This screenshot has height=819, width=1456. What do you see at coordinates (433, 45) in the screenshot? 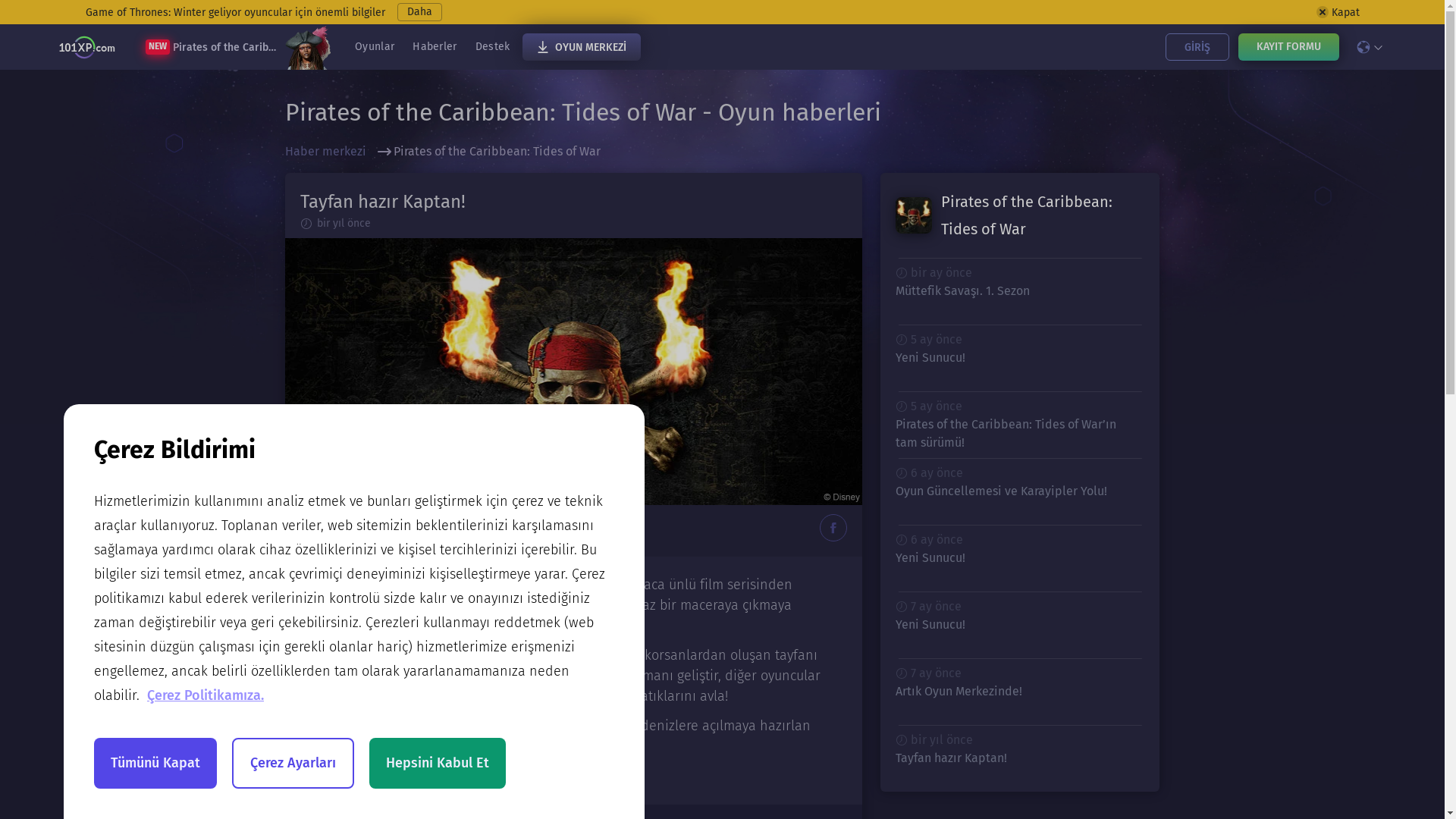
I see `'Haberler'` at bounding box center [433, 45].